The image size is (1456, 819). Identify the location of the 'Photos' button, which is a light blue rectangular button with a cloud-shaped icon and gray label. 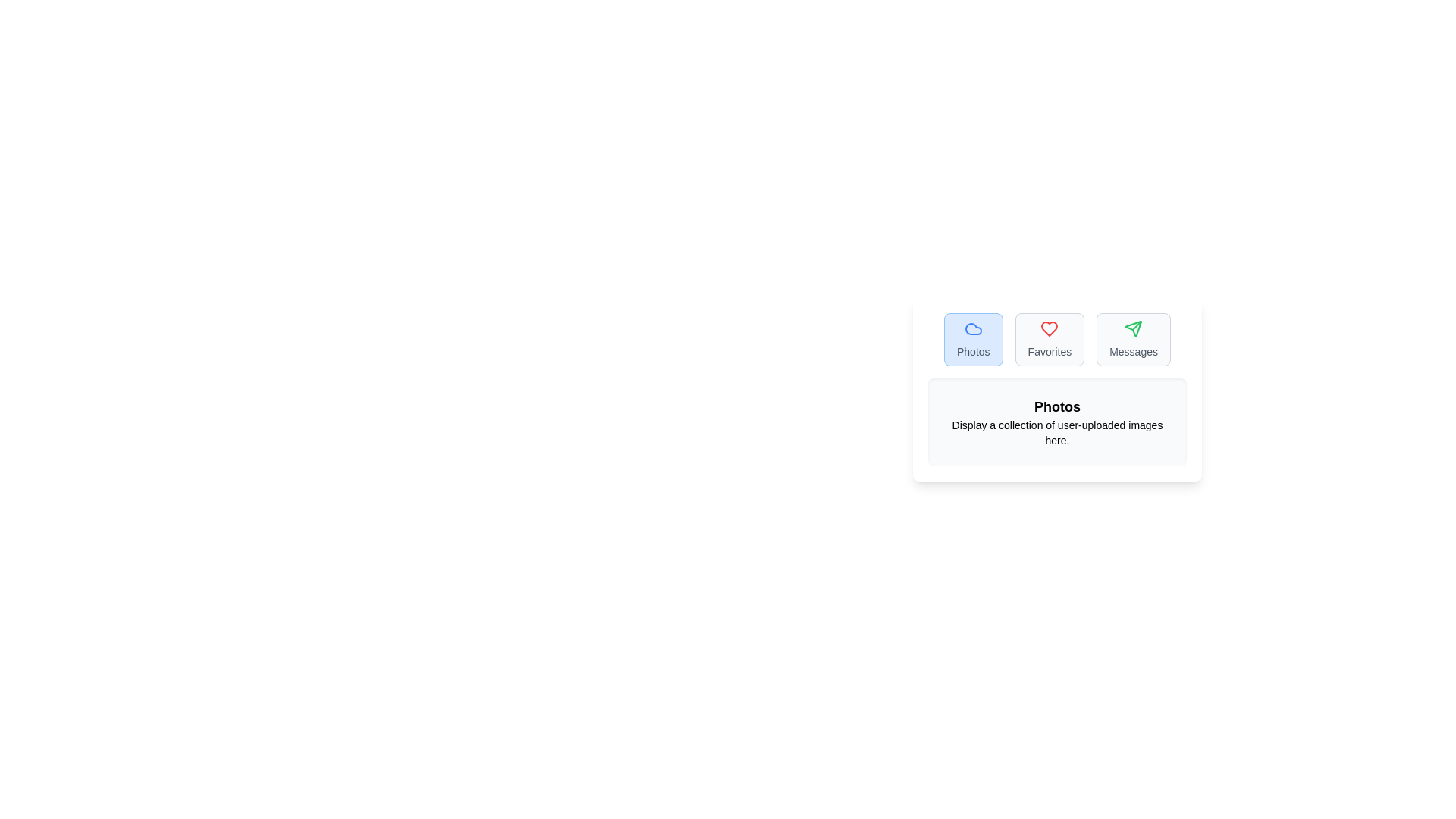
(973, 338).